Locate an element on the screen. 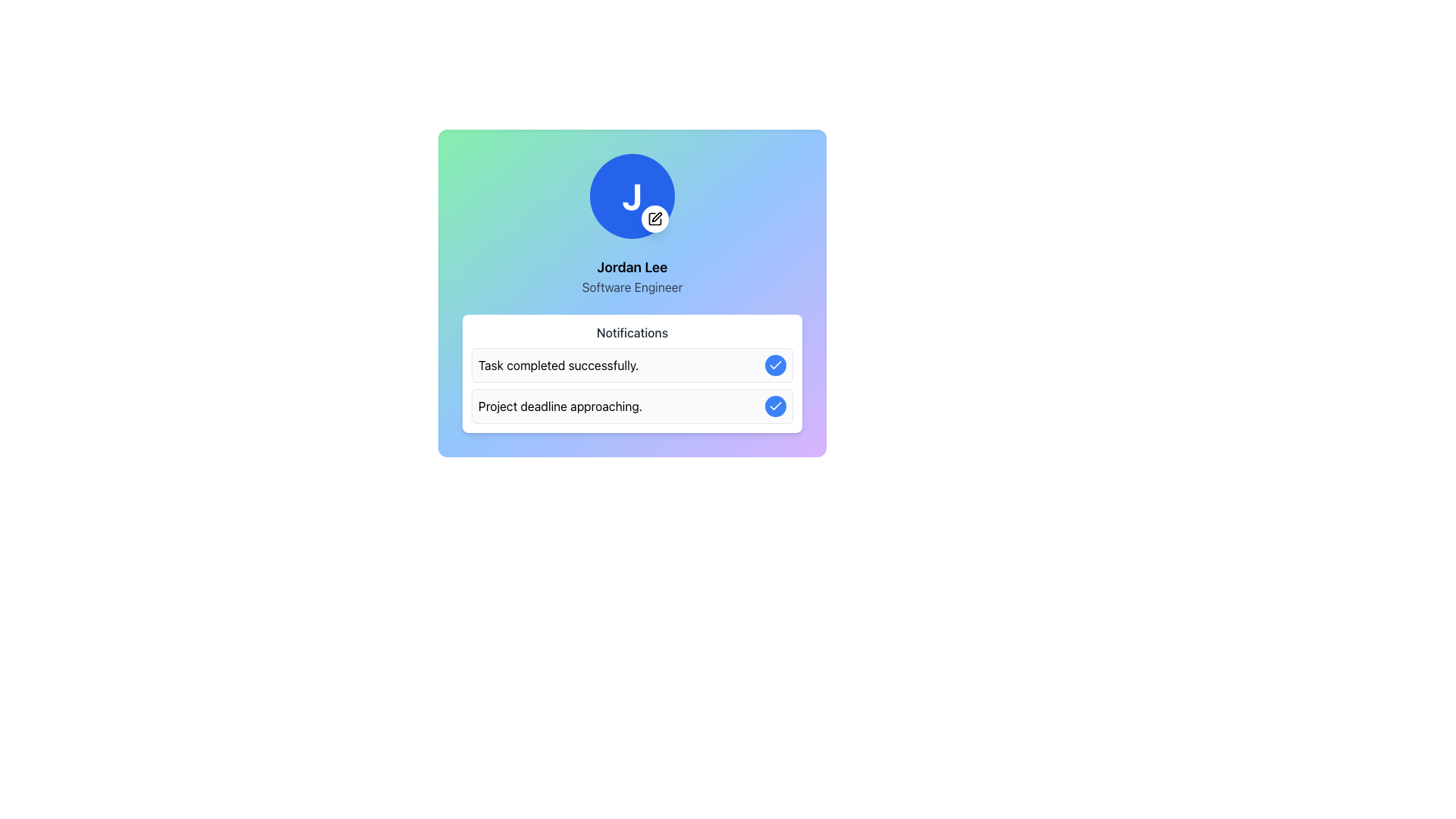  the blue circular button with a white checkmark icon to confirm the task, located at the far right of the notification item labeled 'Project deadline approaching.' is located at coordinates (775, 406).